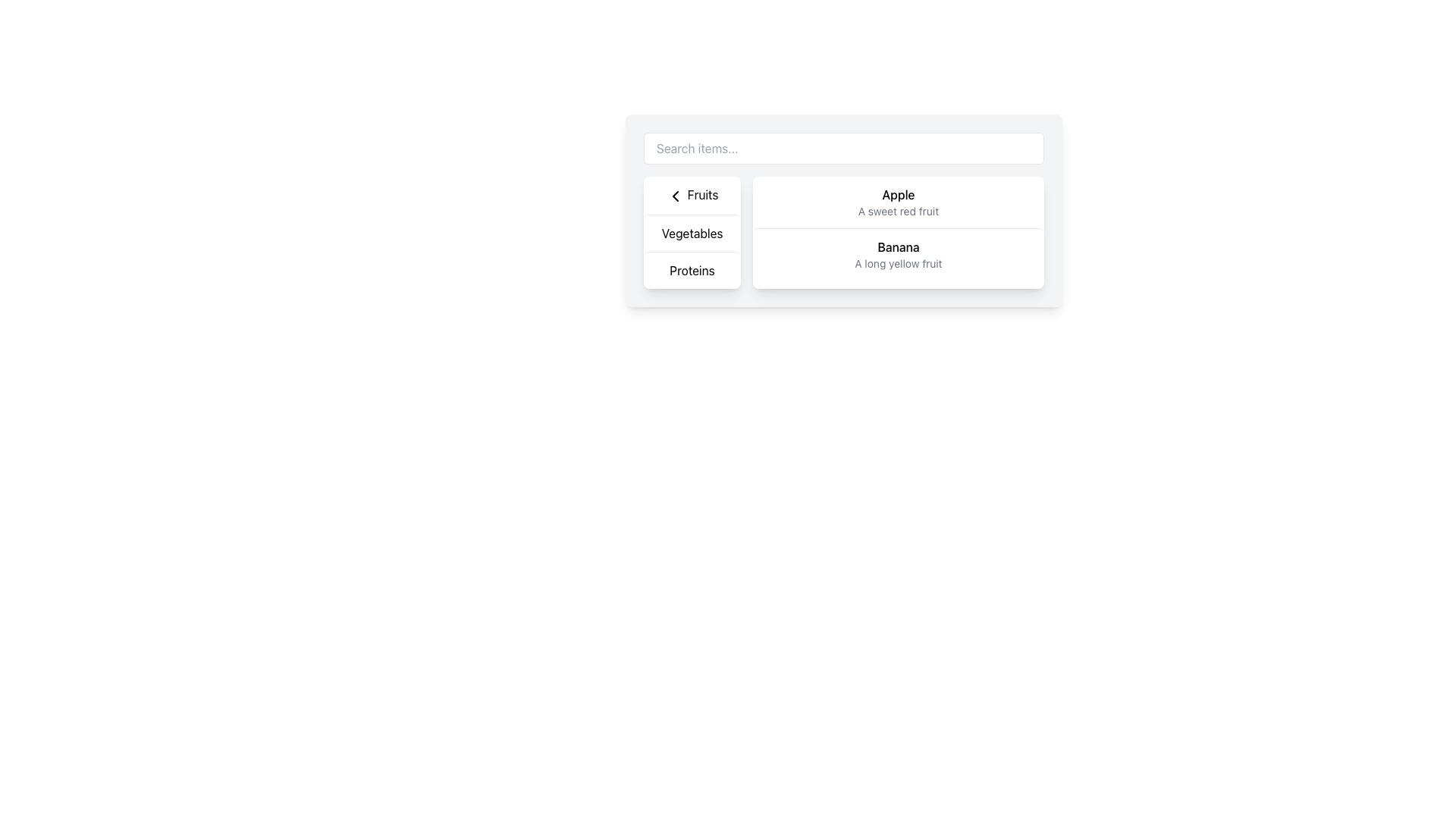 The width and height of the screenshot is (1456, 819). I want to click on the left-facing chevron icon, which has a thin black outline and is aligned with the 'Fruits' label in the vertical list of categories, so click(674, 195).